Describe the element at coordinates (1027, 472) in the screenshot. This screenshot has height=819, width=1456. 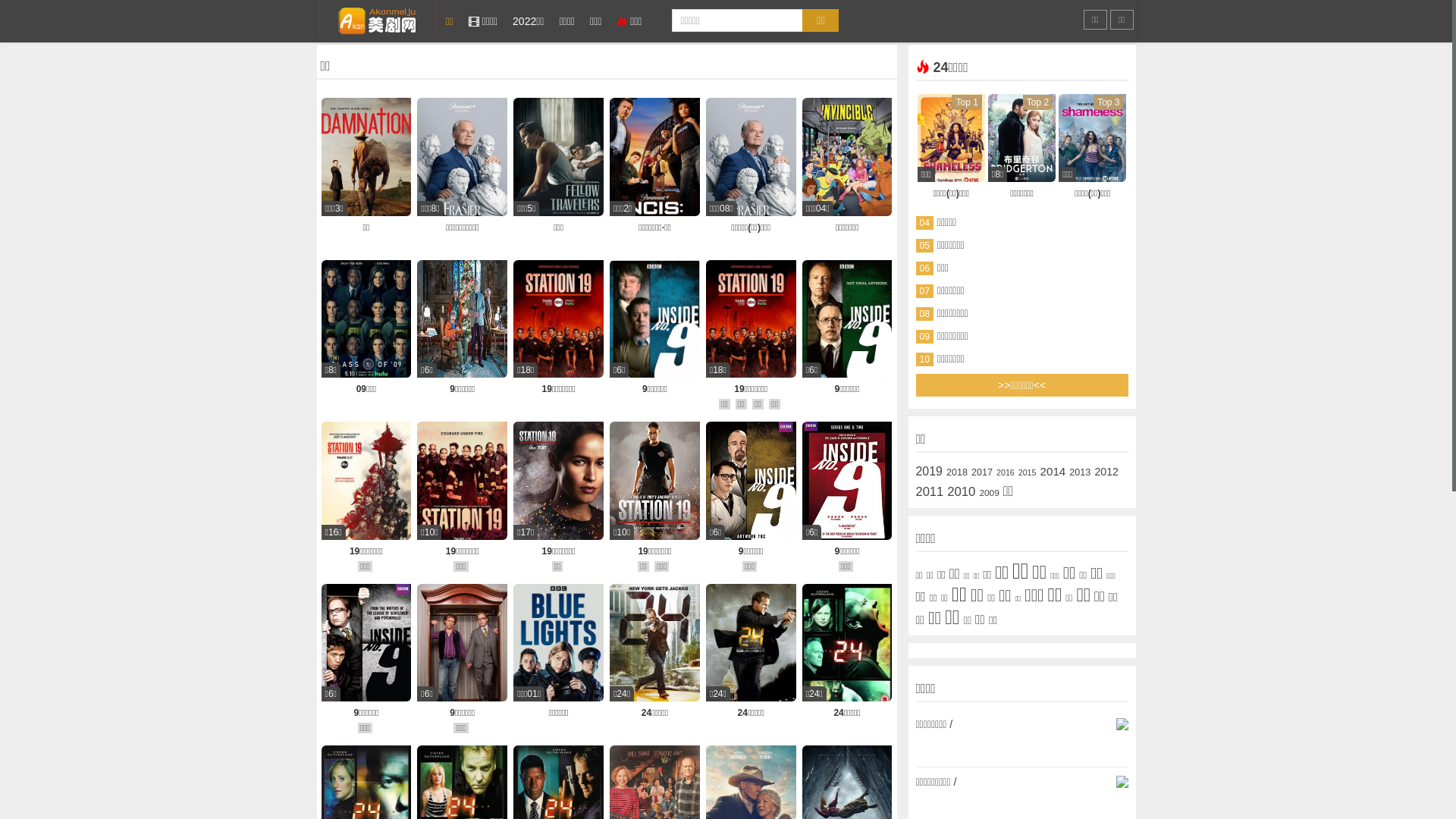
I see `'2015'` at that location.